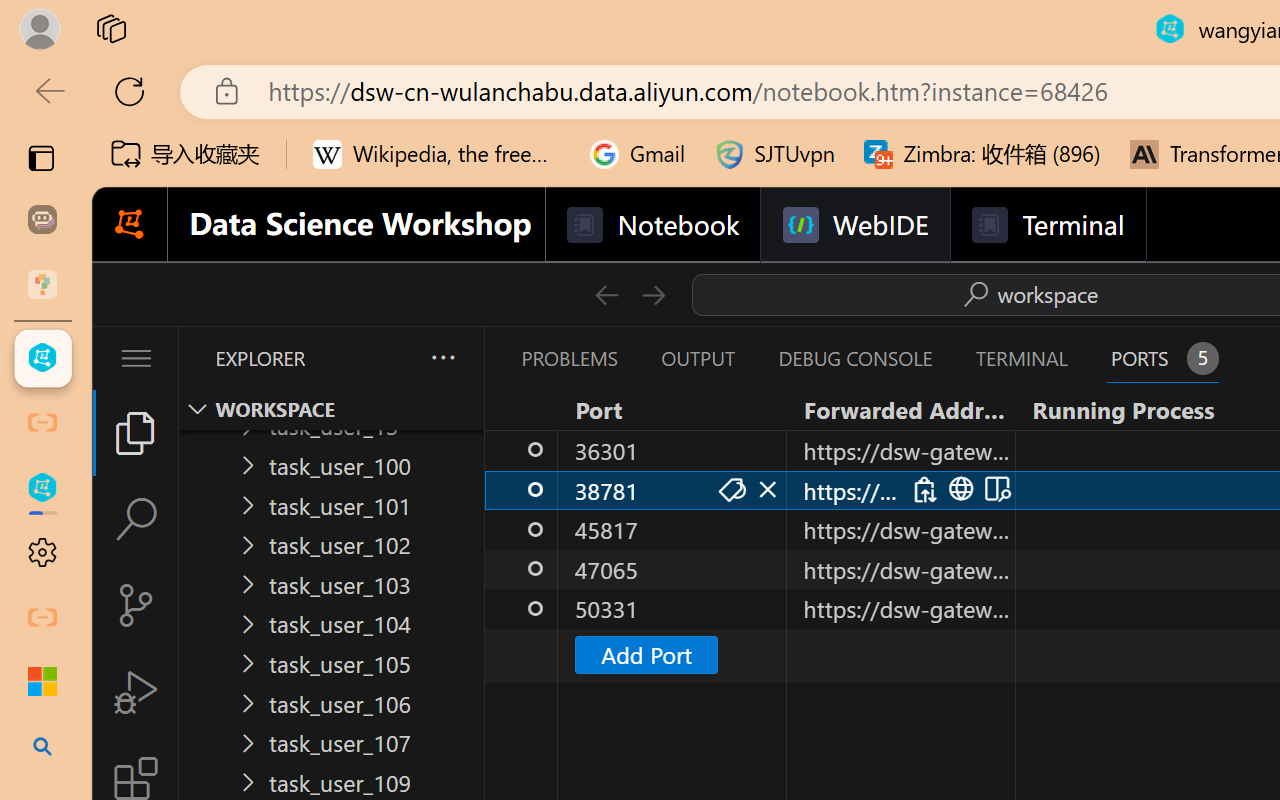 This screenshot has height=800, width=1280. I want to click on 'SJTUvpn', so click(773, 154).